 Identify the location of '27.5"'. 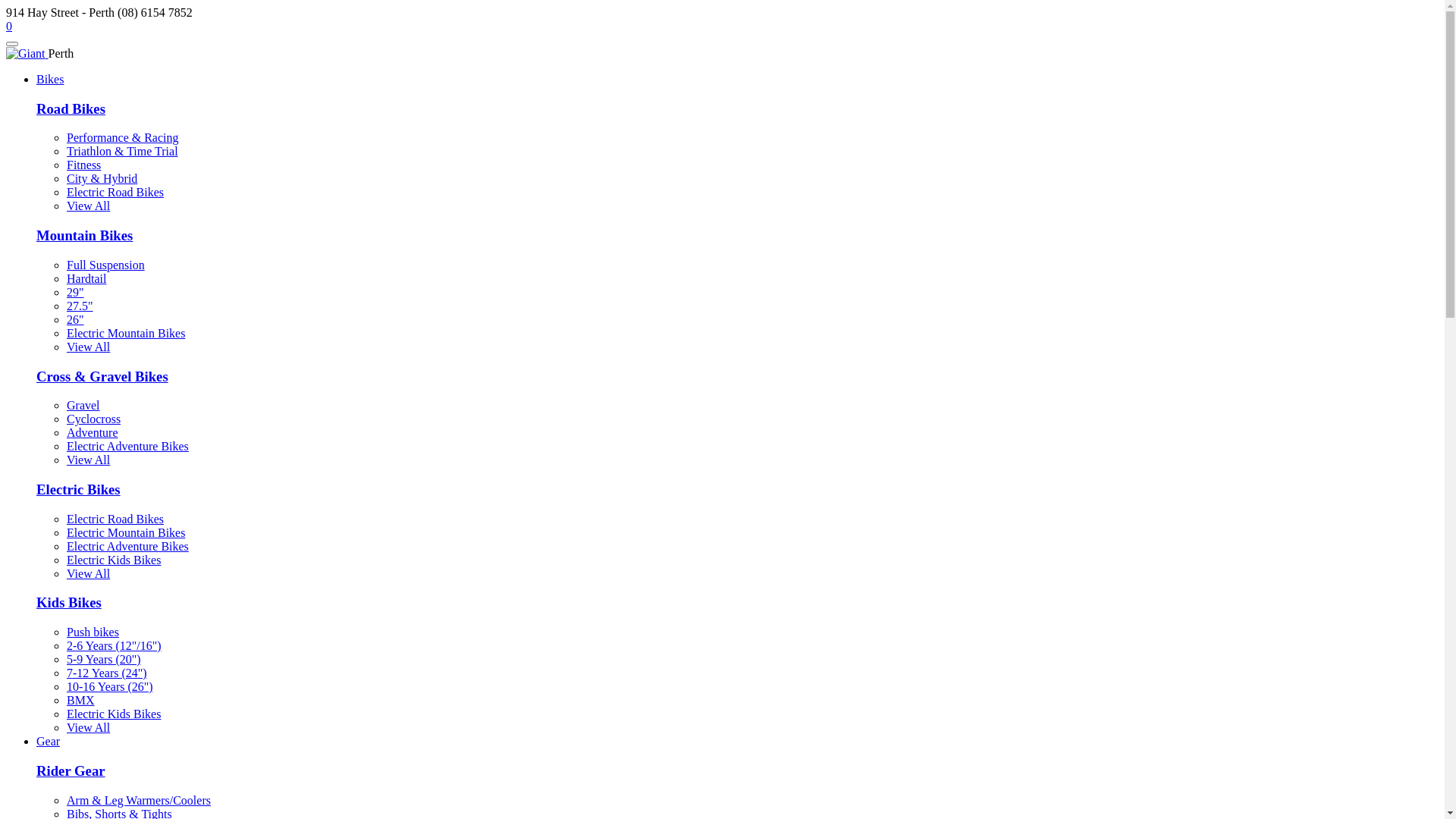
(65, 306).